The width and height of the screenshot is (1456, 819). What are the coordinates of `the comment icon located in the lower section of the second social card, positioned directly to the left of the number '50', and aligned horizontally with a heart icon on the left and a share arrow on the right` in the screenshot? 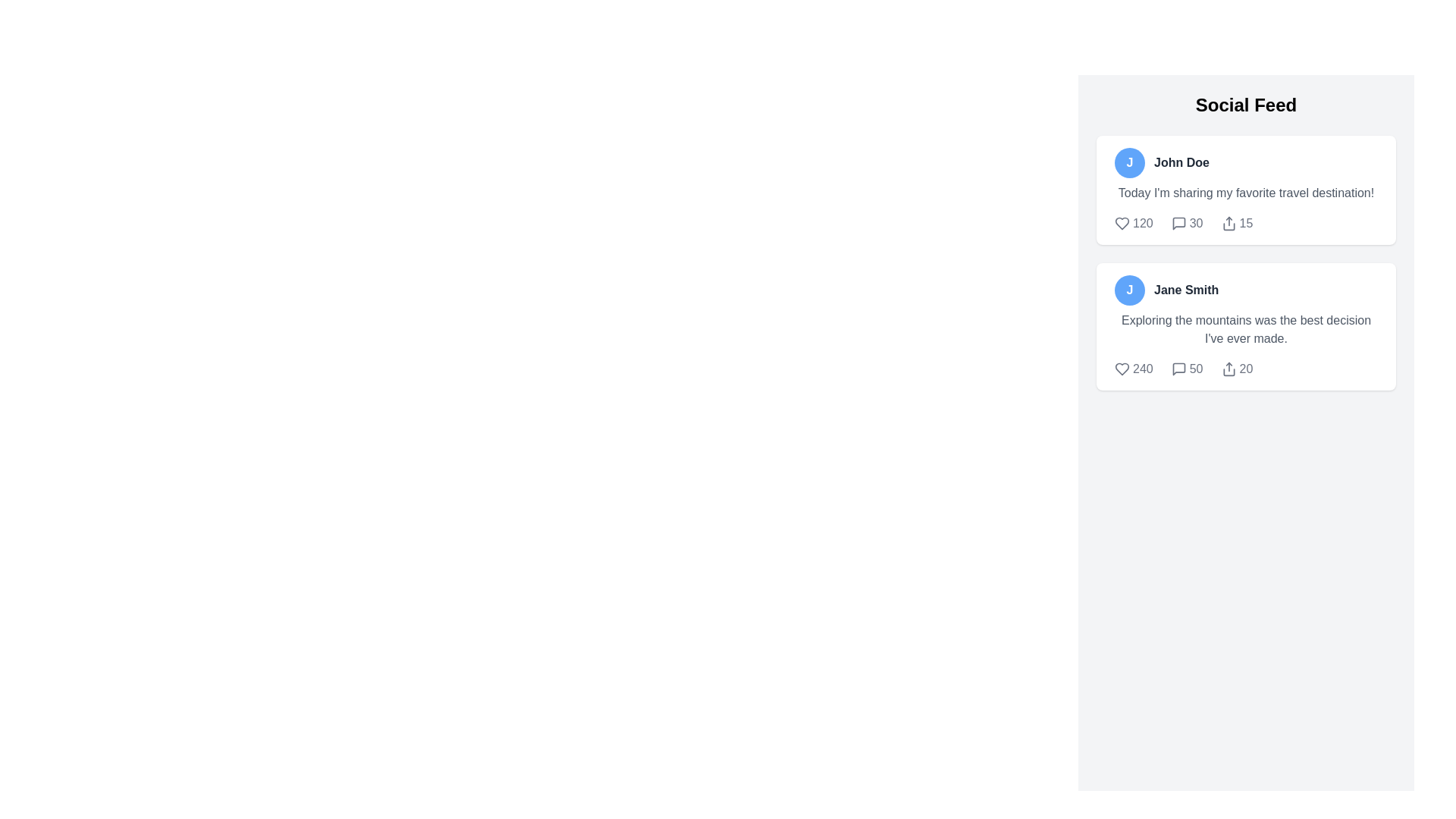 It's located at (1178, 369).